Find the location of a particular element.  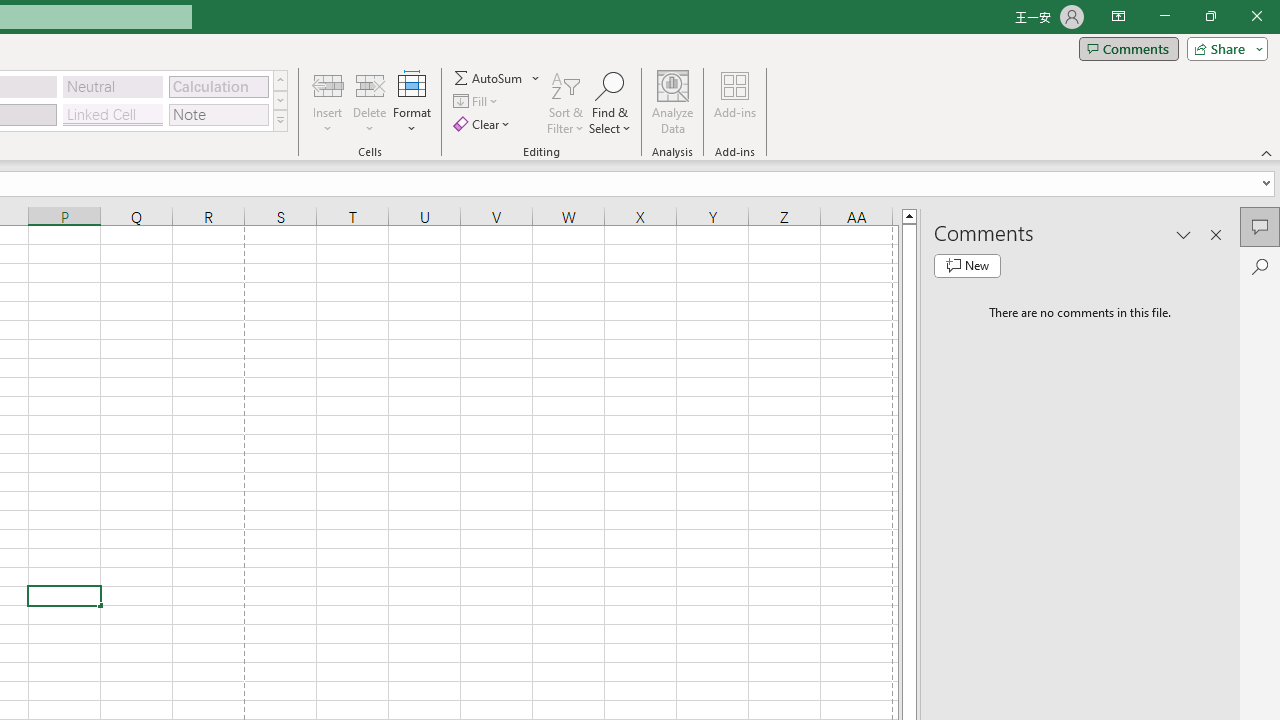

'Insert Cells' is located at coordinates (328, 84).